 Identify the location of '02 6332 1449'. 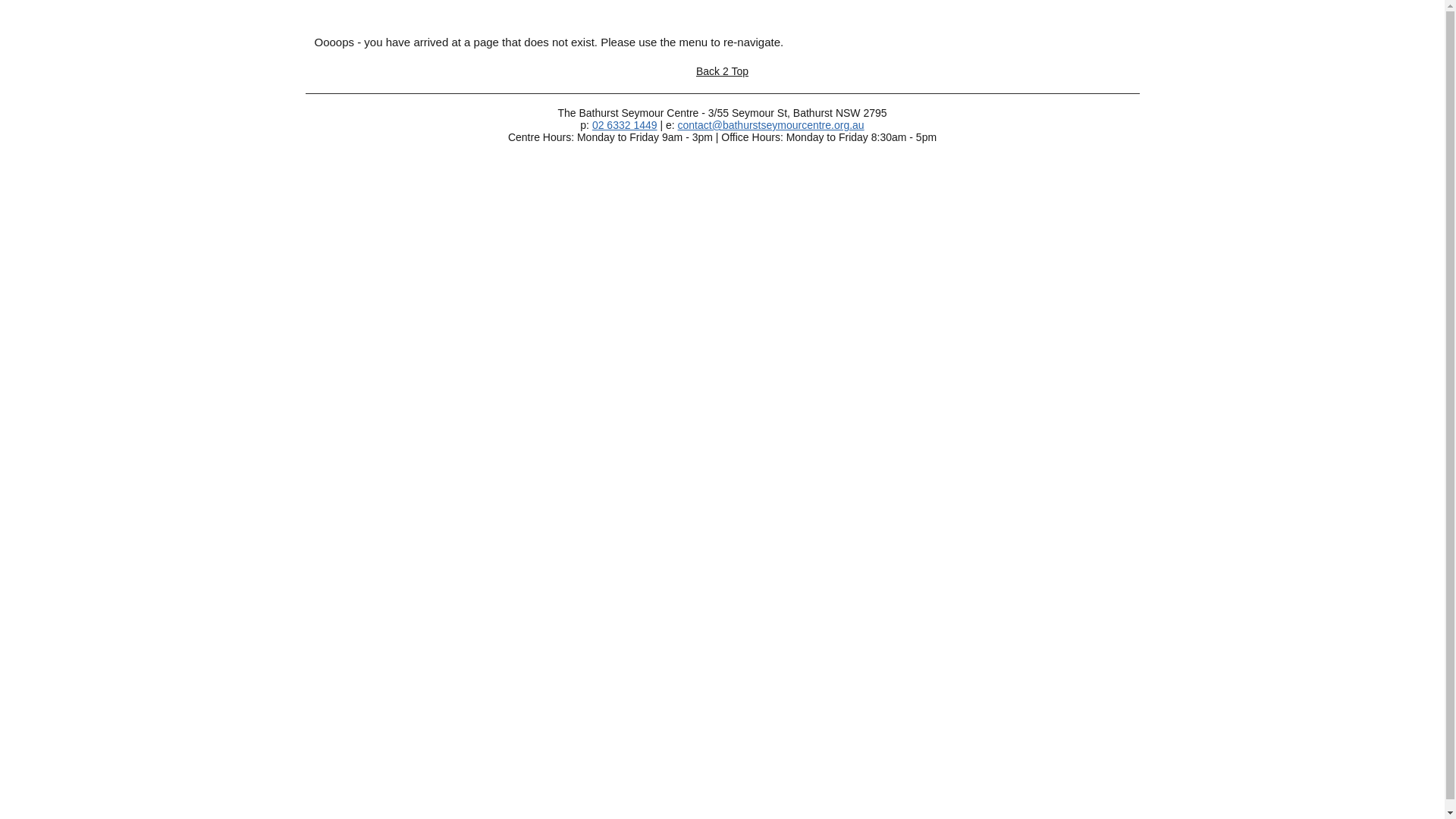
(625, 124).